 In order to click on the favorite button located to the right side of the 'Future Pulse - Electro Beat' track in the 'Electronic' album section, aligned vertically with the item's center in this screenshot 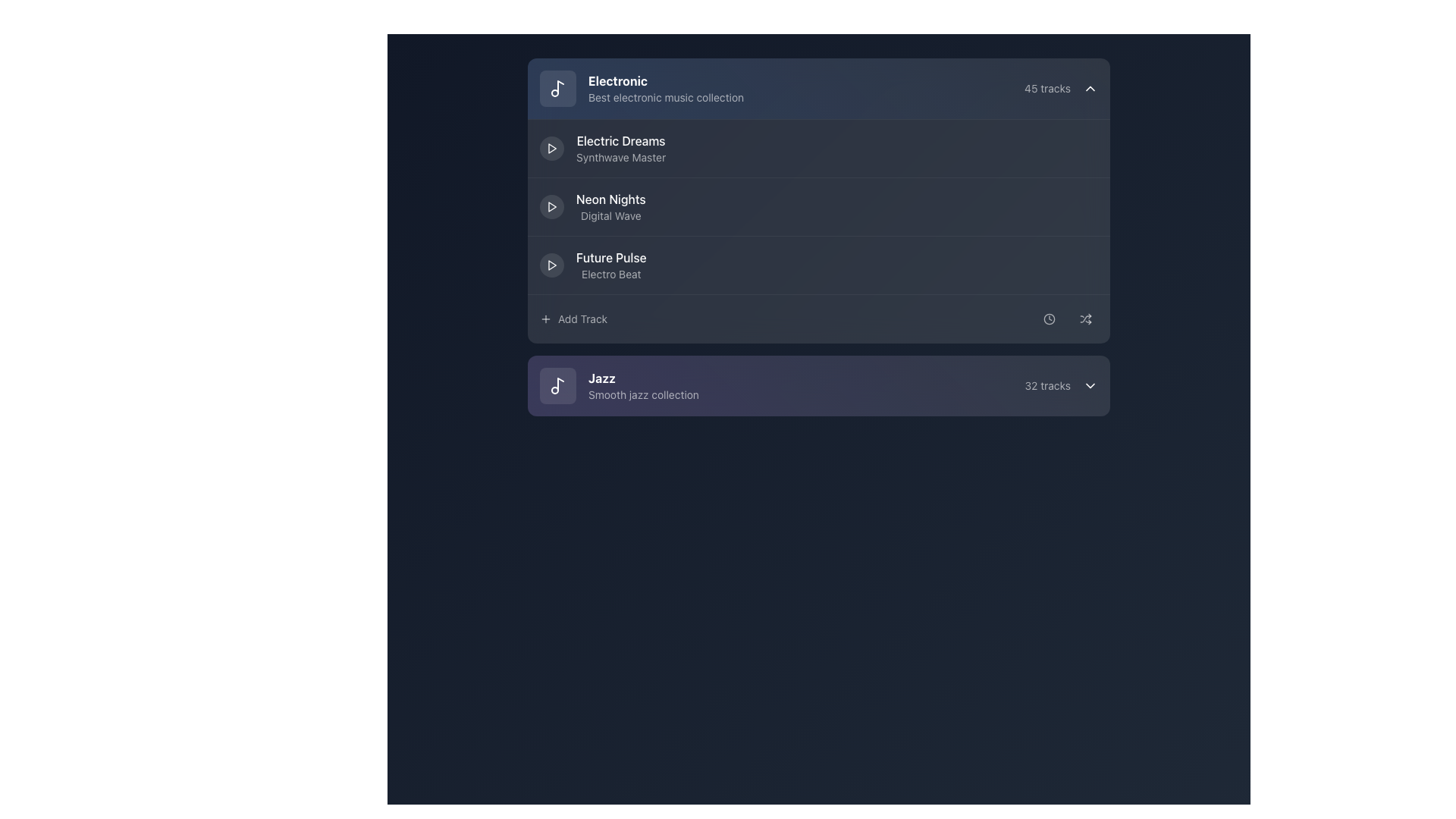, I will do `click(1015, 265)`.